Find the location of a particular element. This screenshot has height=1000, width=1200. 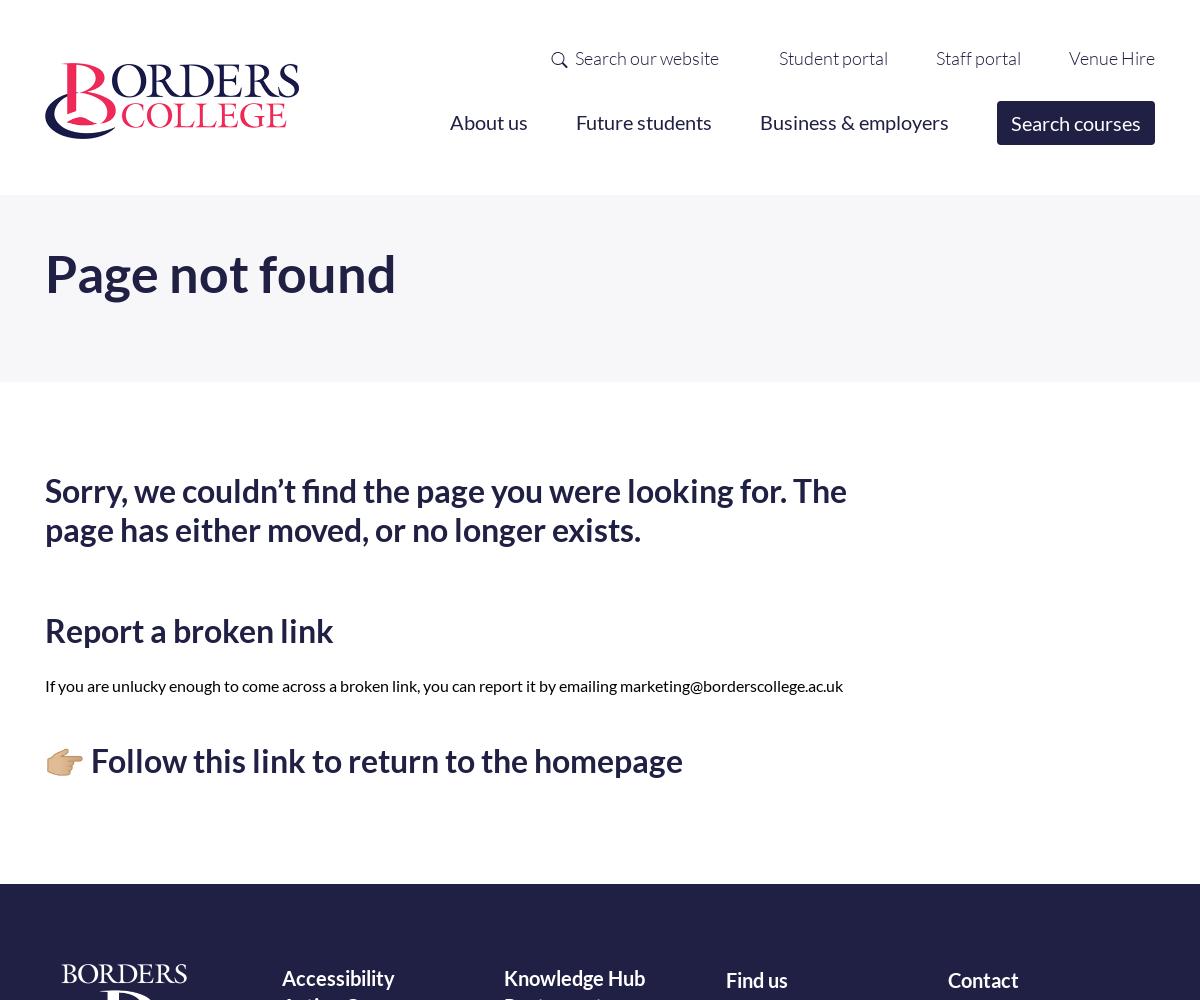

'Report a broken link' is located at coordinates (188, 629).